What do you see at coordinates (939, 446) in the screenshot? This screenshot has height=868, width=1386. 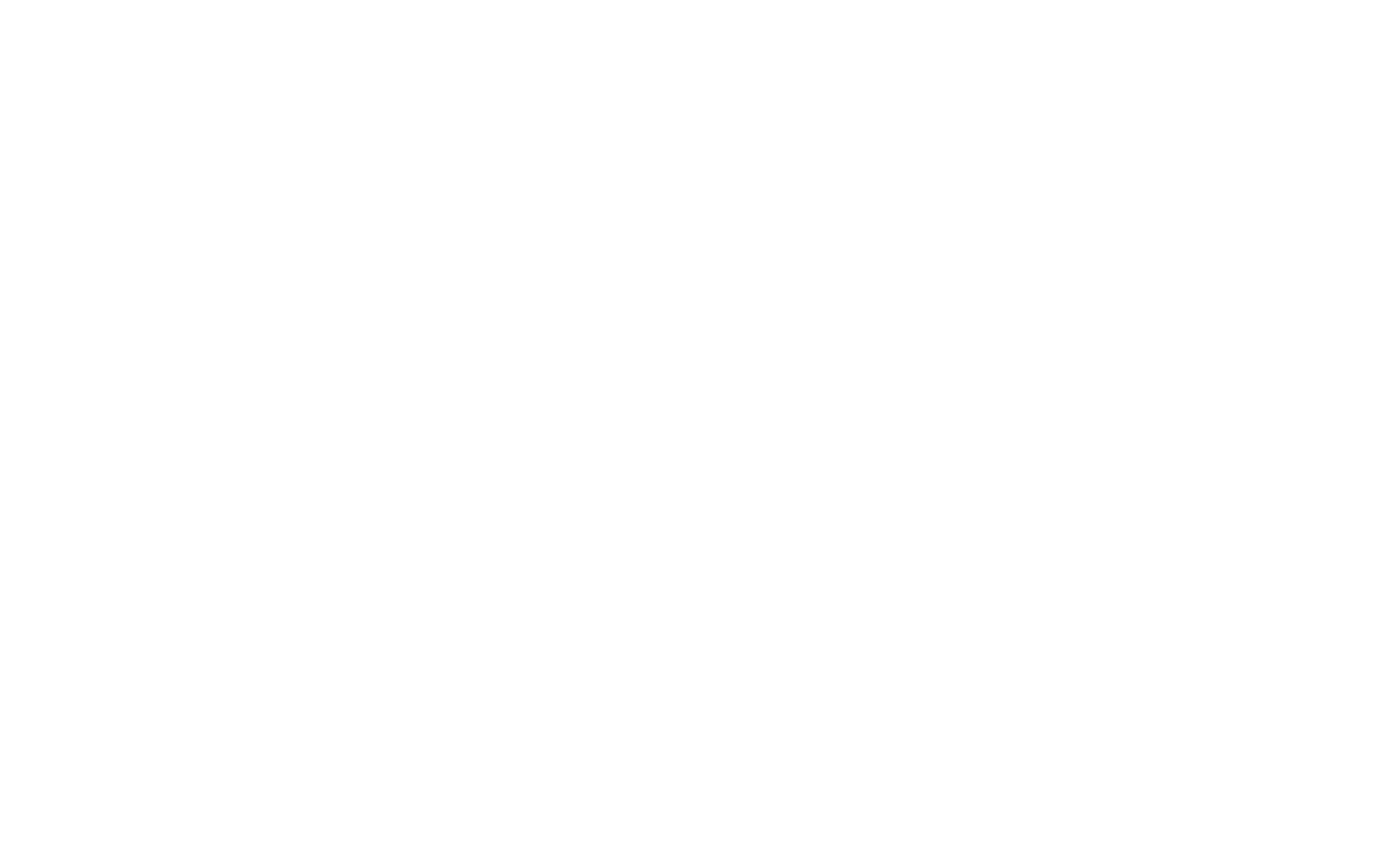 I see `'Ga door naar:'` at bounding box center [939, 446].